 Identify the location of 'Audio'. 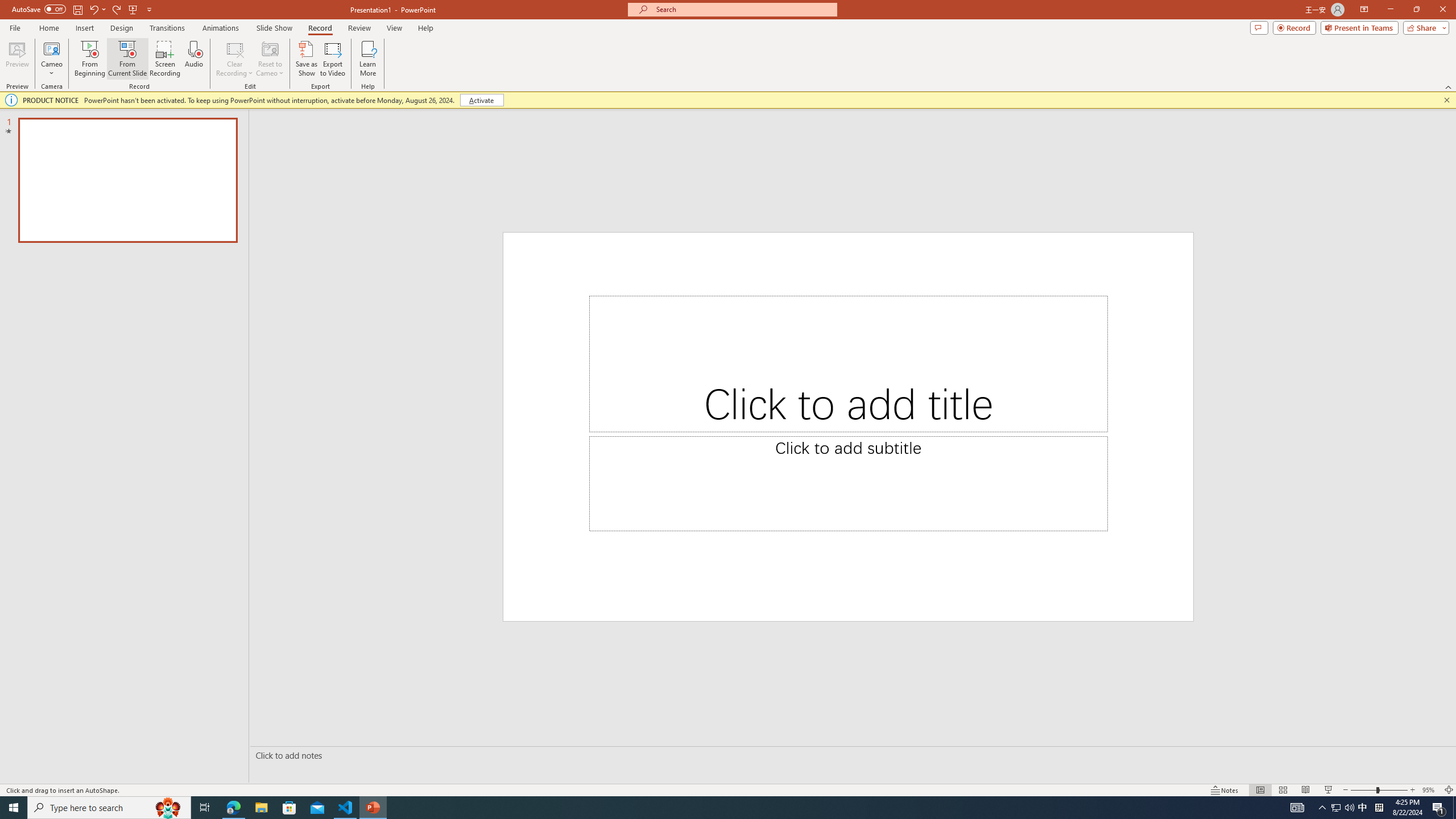
(193, 59).